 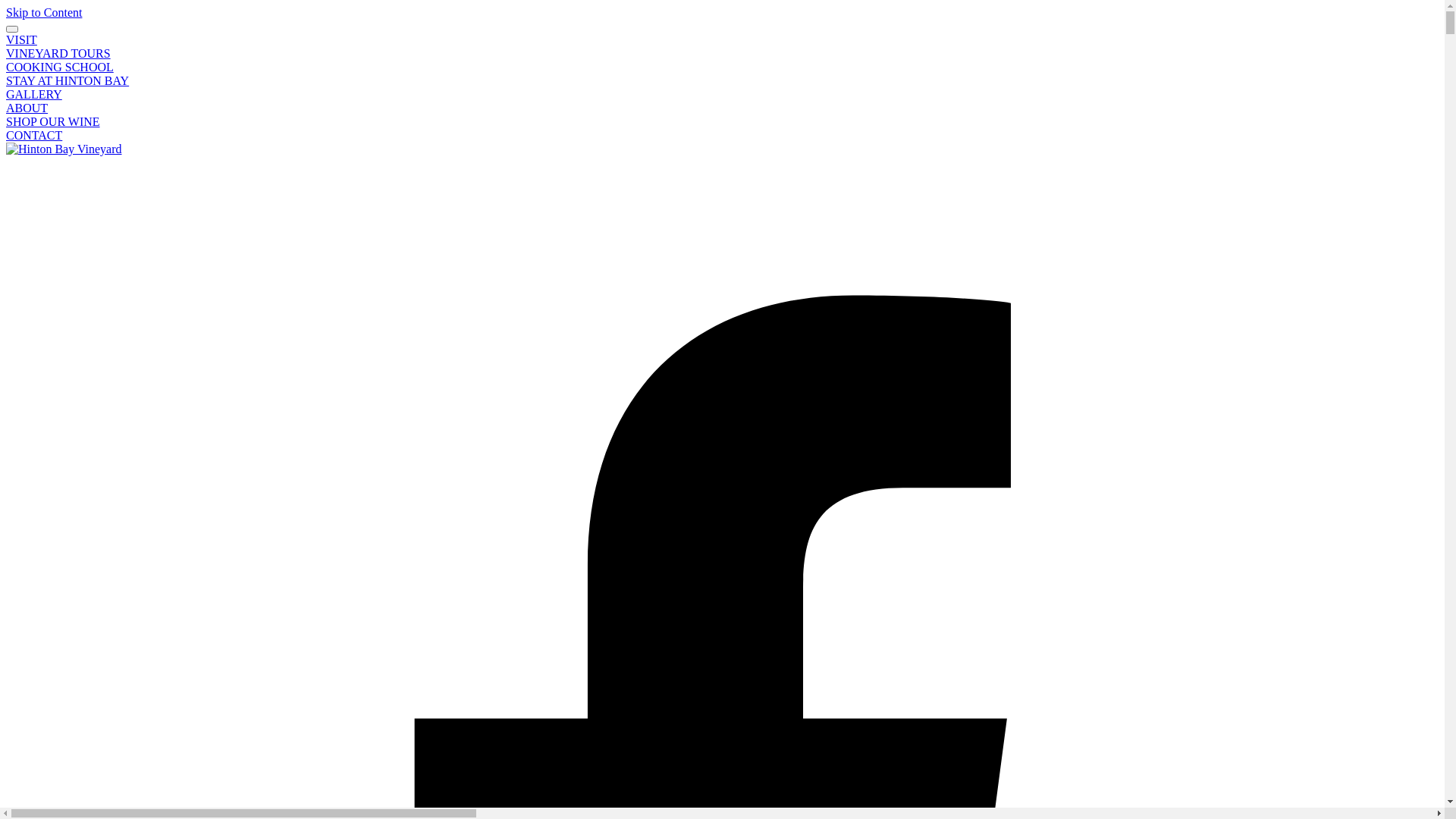 What do you see at coordinates (53, 121) in the screenshot?
I see `'SHOP OUR WINE'` at bounding box center [53, 121].